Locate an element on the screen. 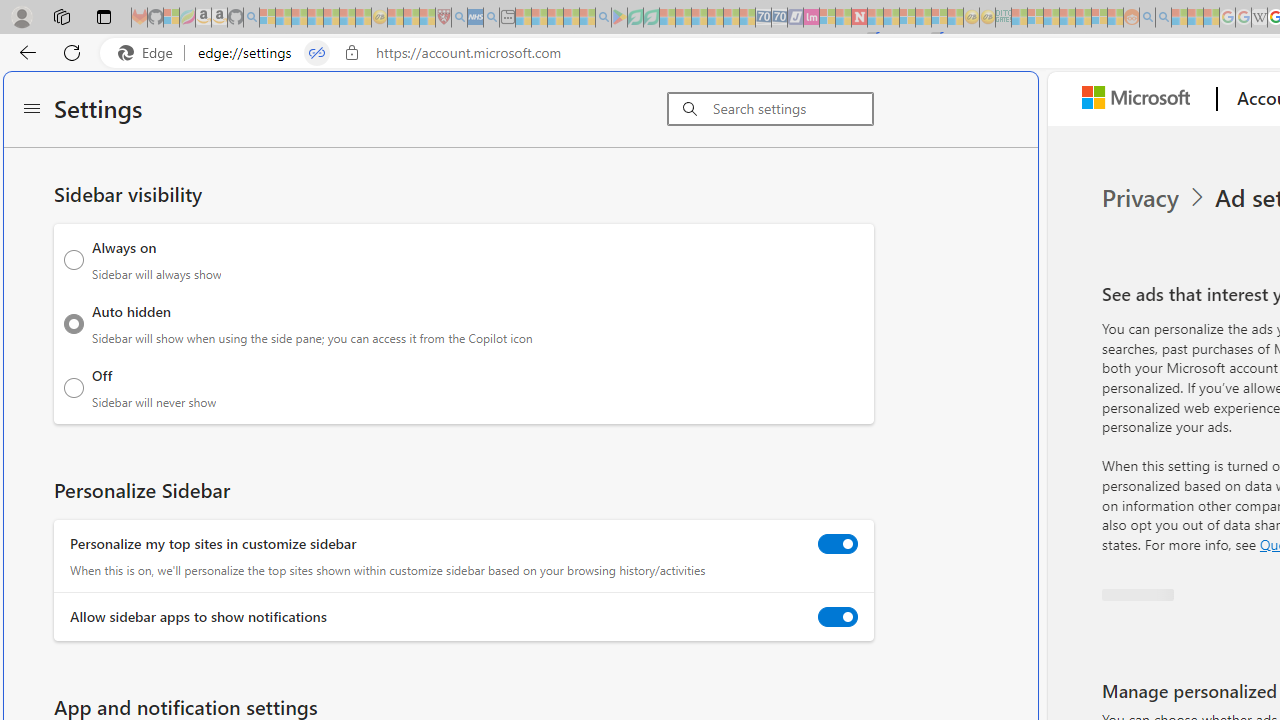  'Always on Sidebar will always show' is located at coordinates (74, 258).